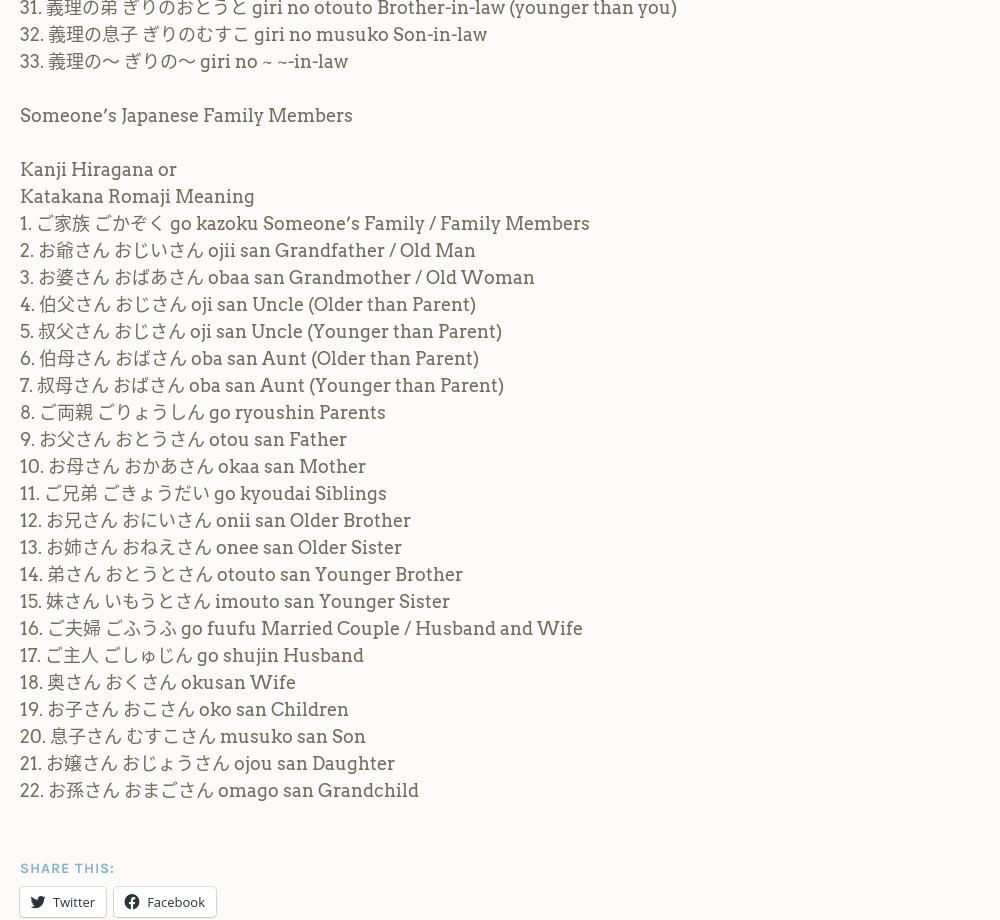  What do you see at coordinates (253, 33) in the screenshot?
I see `'32.	義理の息子	ぎりのむすこ	giri no musuko	Son-in-law'` at bounding box center [253, 33].